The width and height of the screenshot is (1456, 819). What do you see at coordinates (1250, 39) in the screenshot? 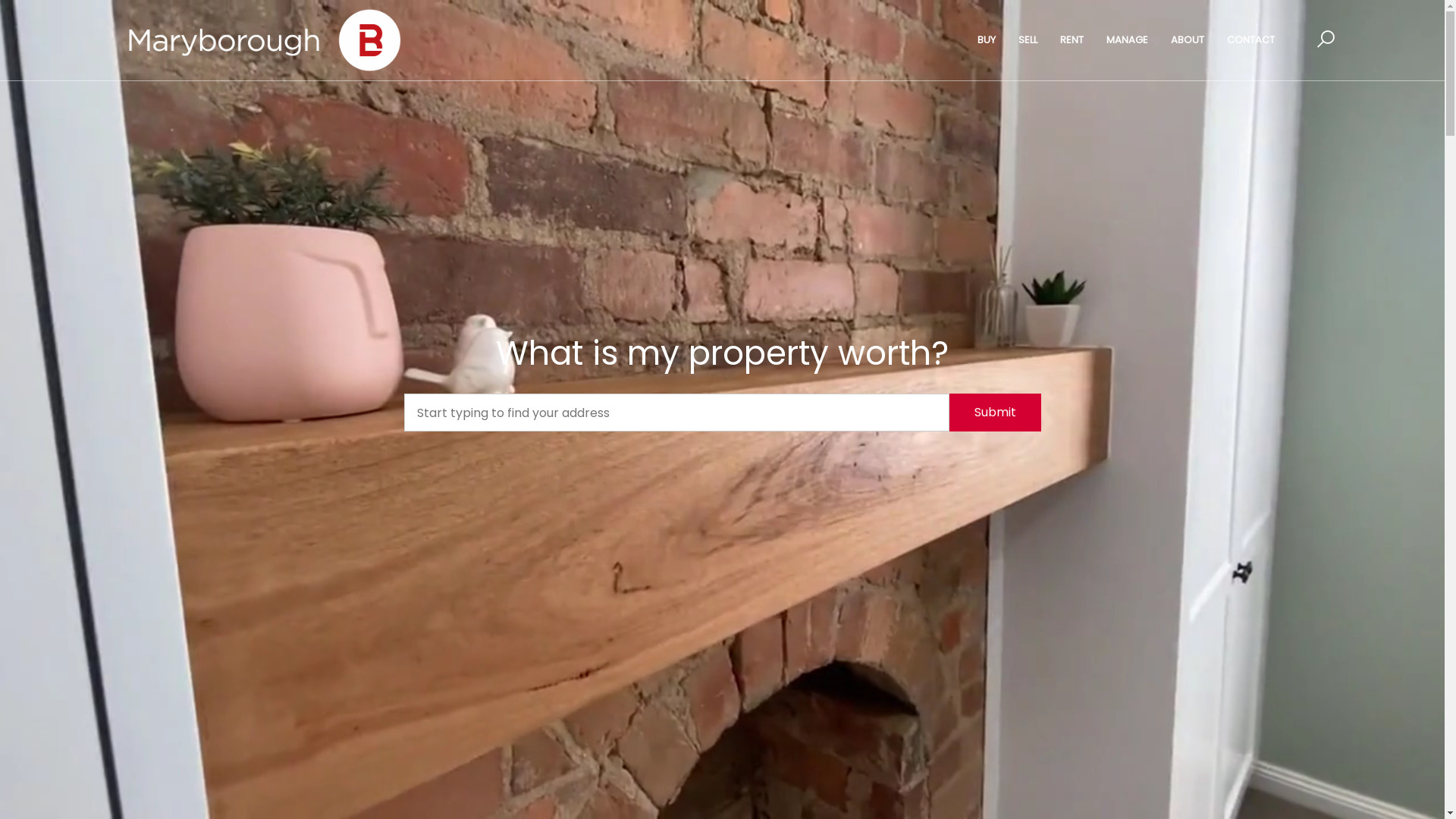
I see `'CONTACT'` at bounding box center [1250, 39].